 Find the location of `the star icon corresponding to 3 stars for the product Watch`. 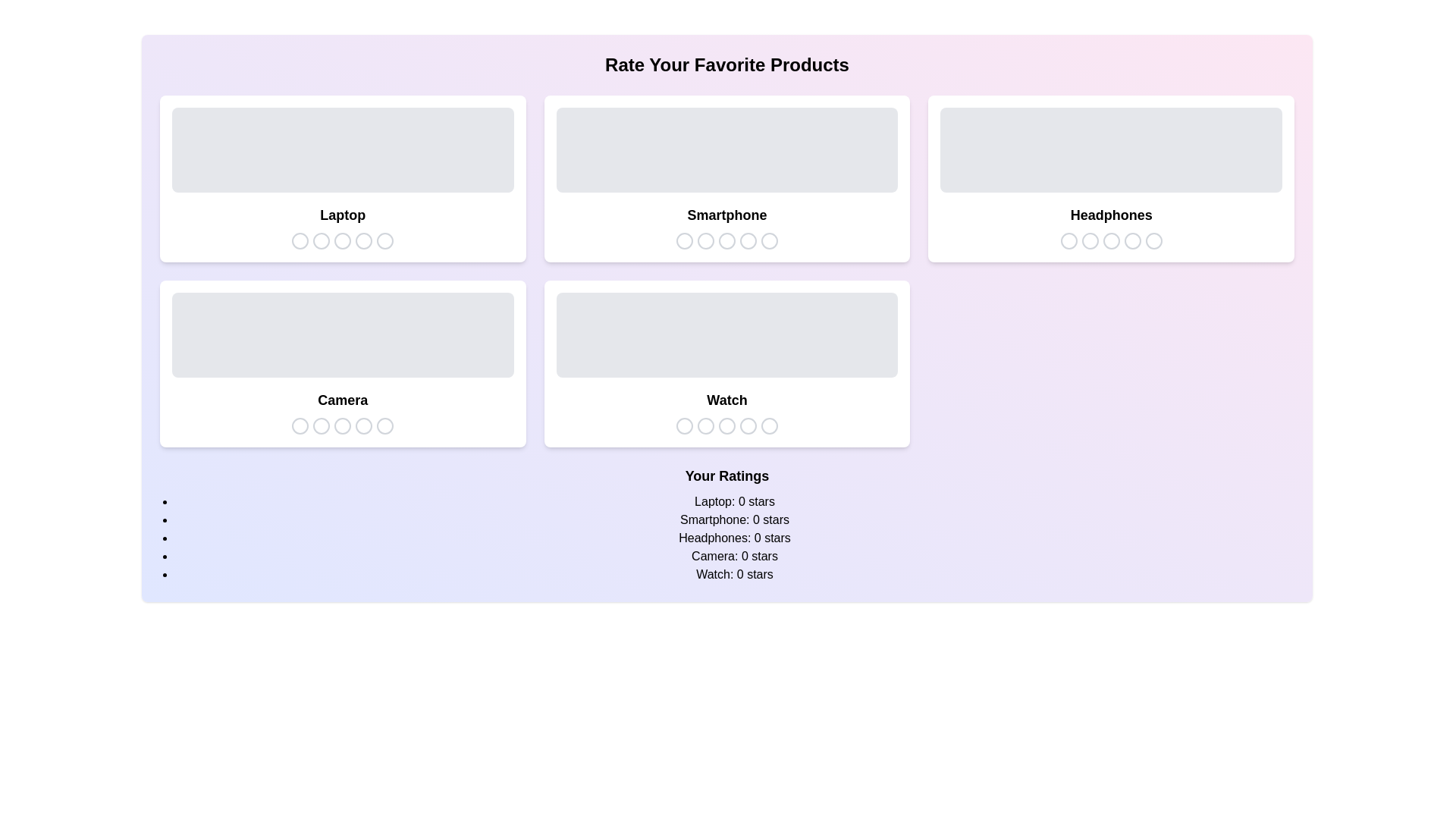

the star icon corresponding to 3 stars for the product Watch is located at coordinates (726, 426).